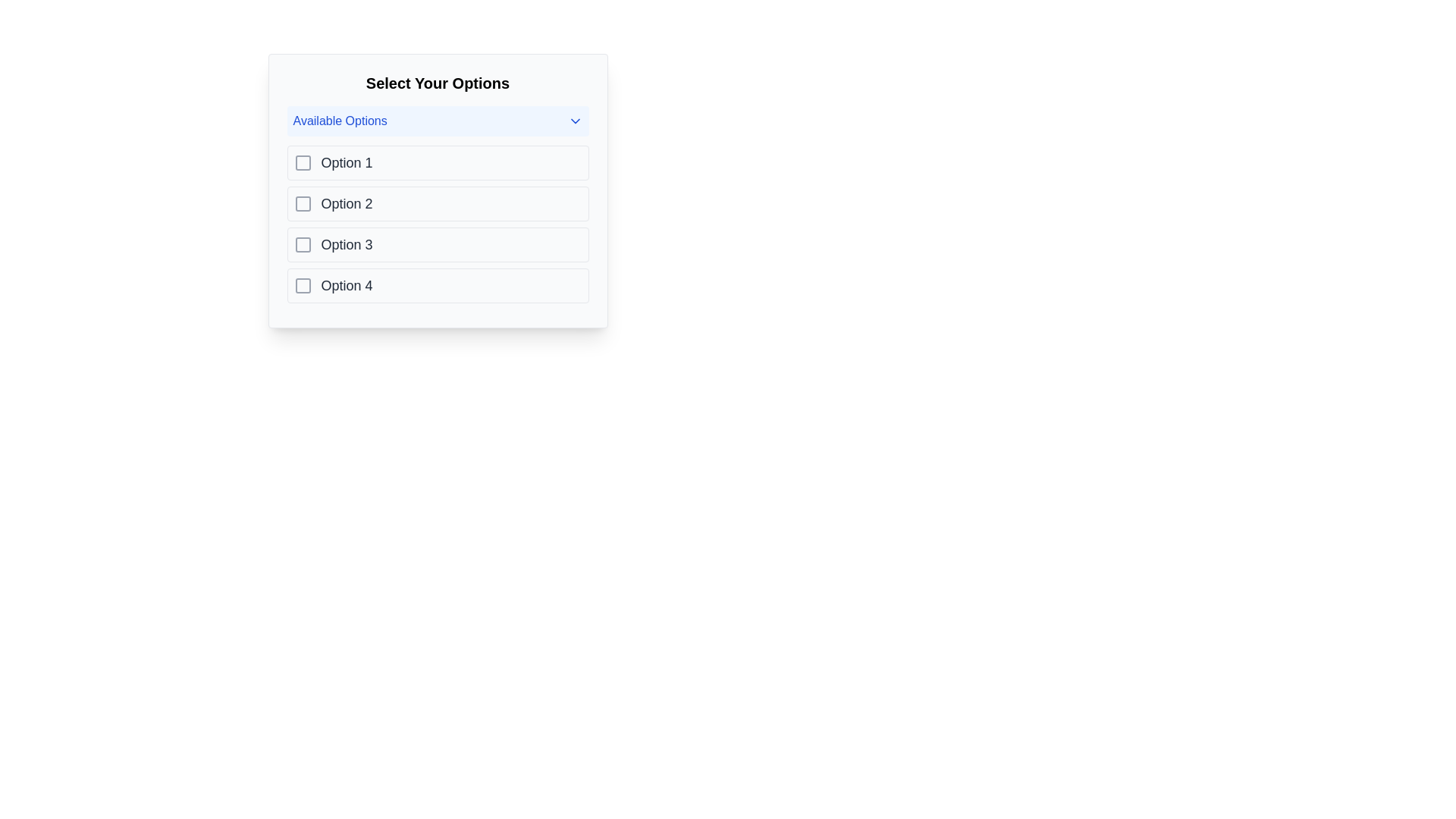 This screenshot has height=819, width=1456. Describe the element at coordinates (303, 286) in the screenshot. I see `the interactive checkbox located to the left of the label 'Option 4' in the fourth row of the options list` at that location.